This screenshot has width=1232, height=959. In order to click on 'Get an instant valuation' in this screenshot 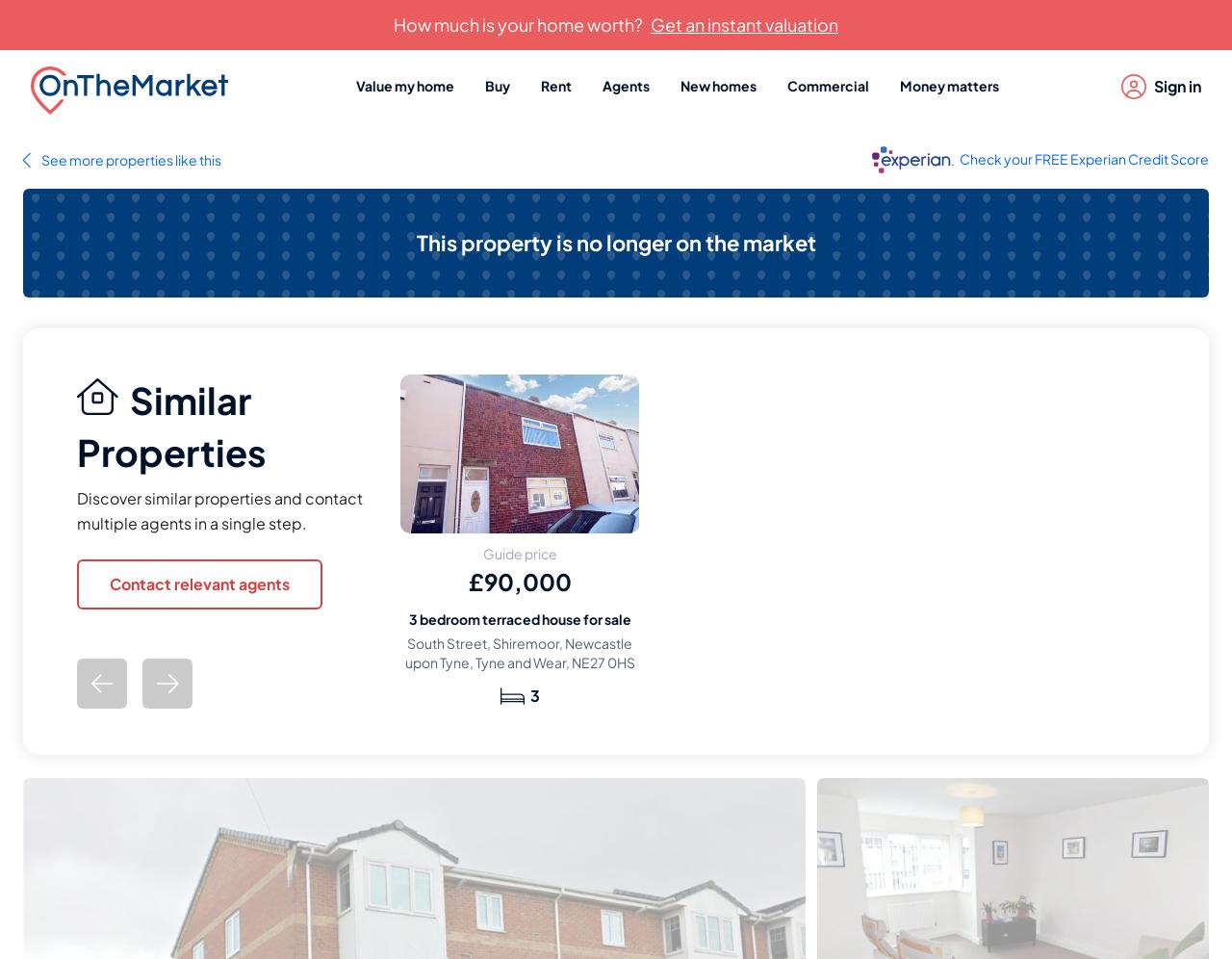, I will do `click(743, 24)`.